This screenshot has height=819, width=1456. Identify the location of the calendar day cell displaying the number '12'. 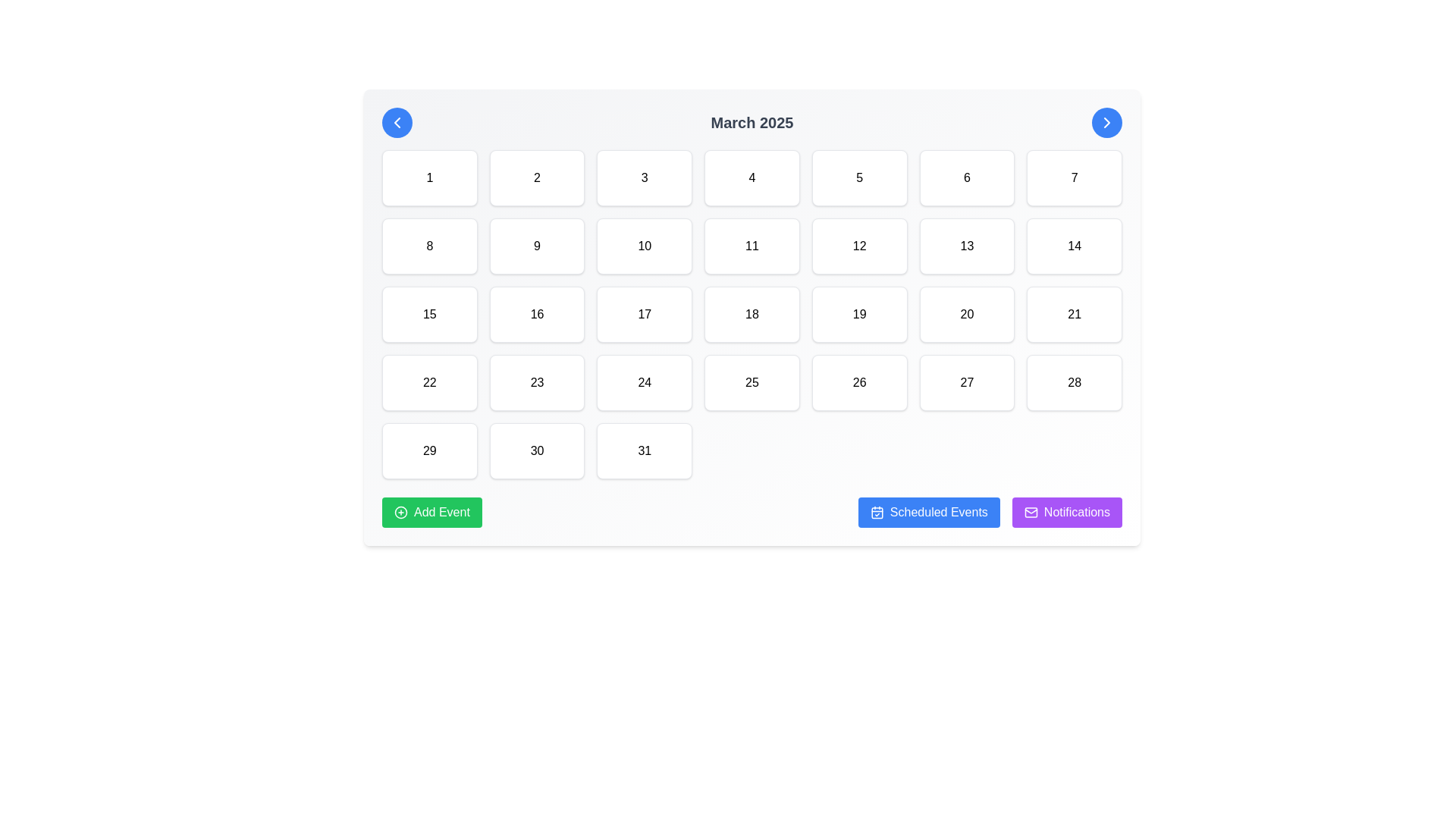
(859, 245).